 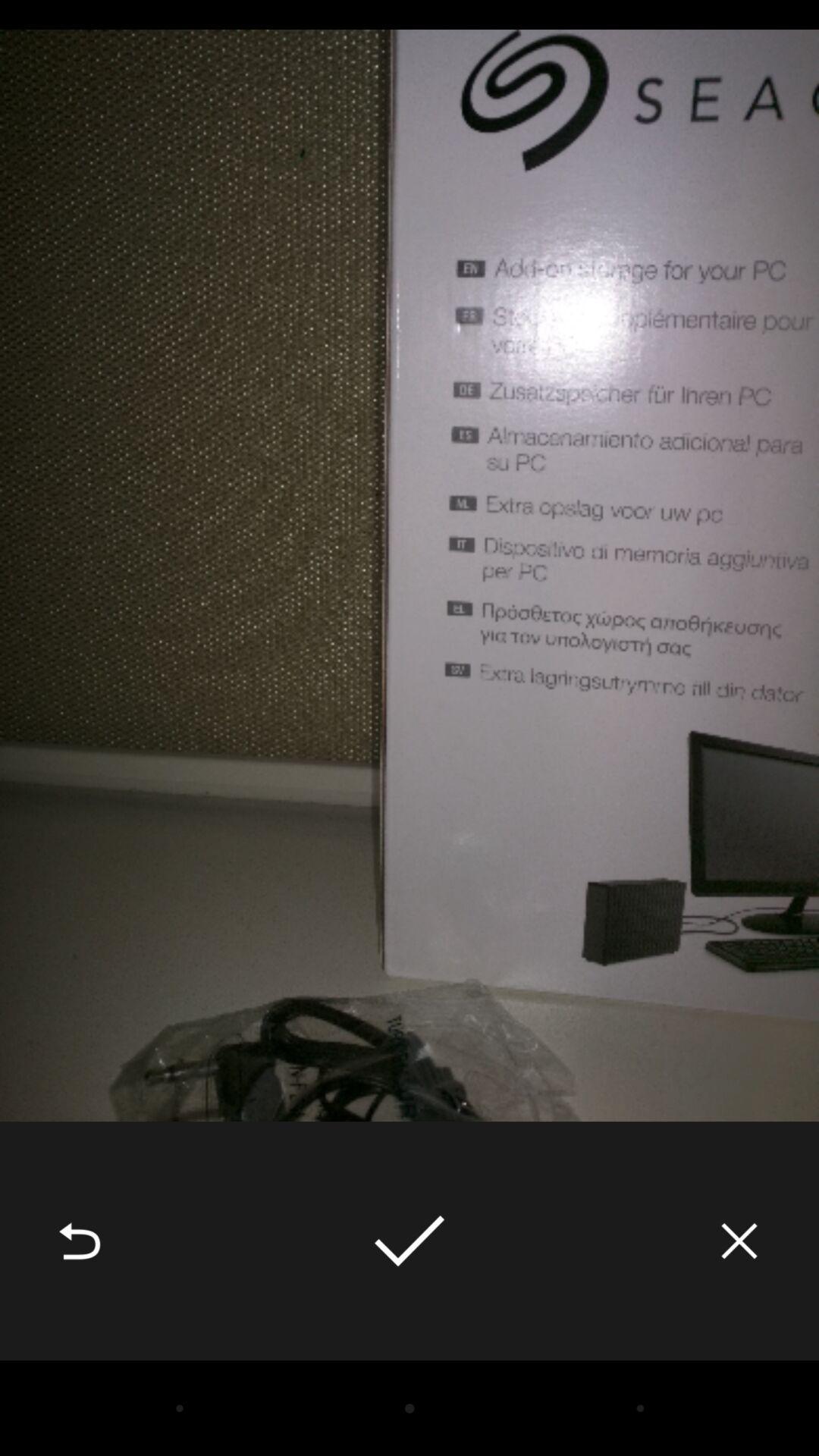 I want to click on icon at the bottom left corner, so click(x=79, y=1241).